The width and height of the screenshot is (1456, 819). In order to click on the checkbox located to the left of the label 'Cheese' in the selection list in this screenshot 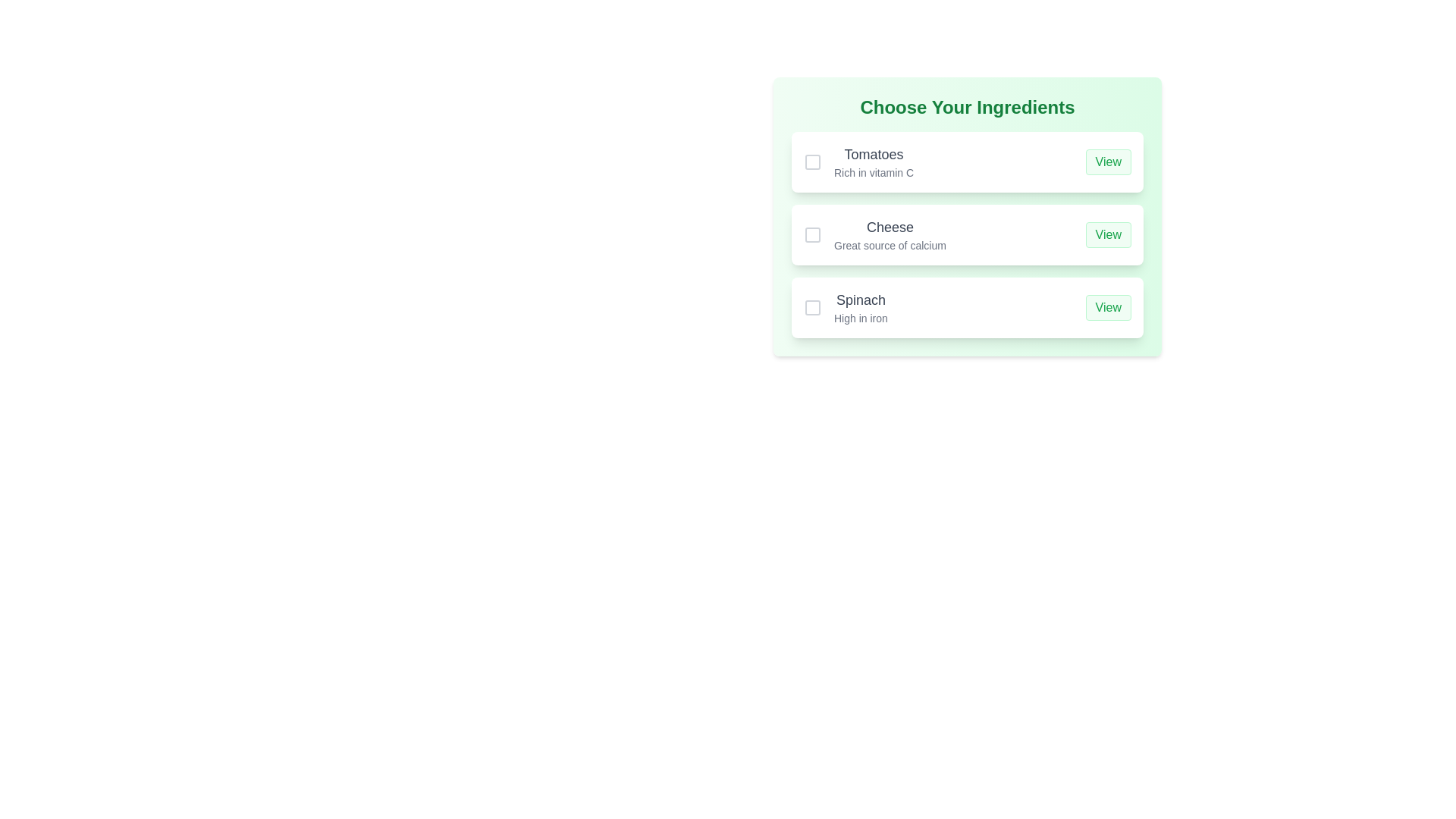, I will do `click(811, 234)`.